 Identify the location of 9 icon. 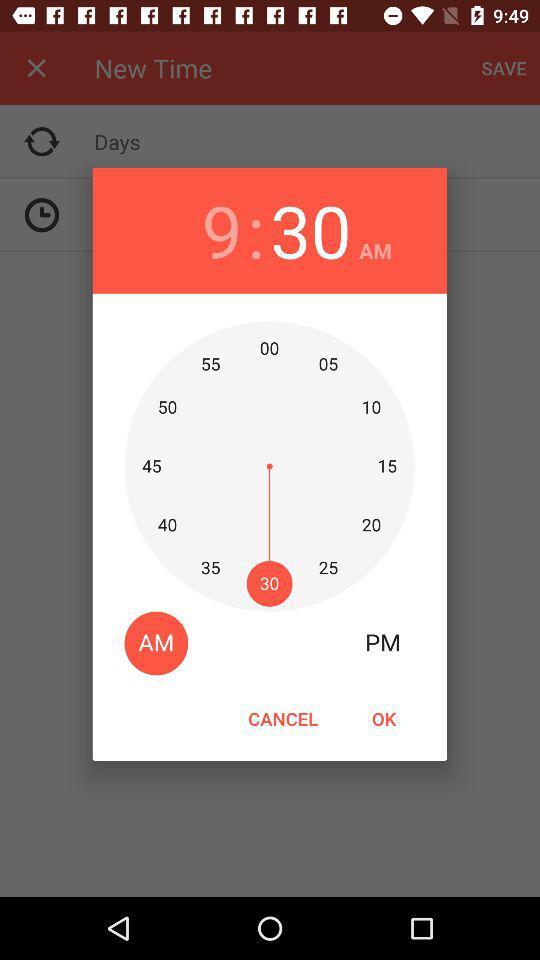
(220, 230).